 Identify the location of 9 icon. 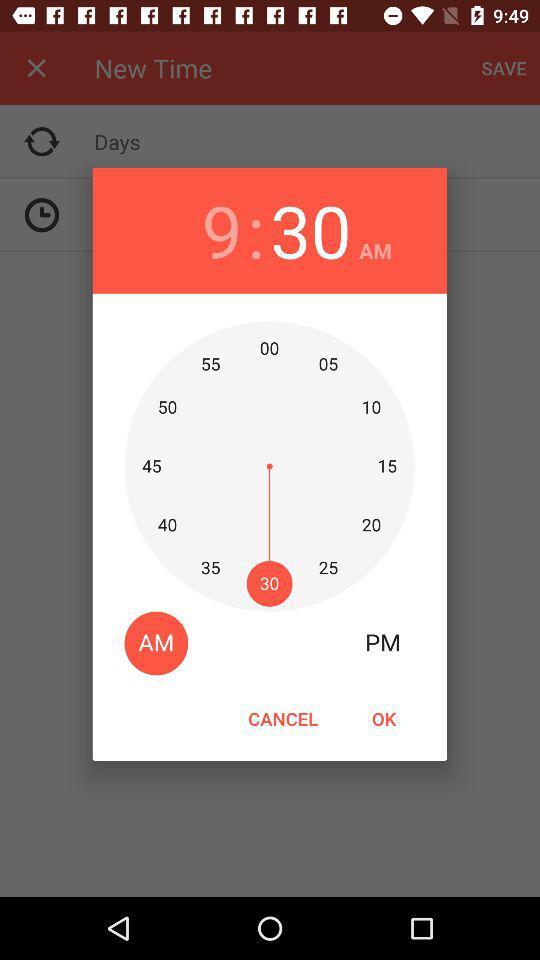
(220, 230).